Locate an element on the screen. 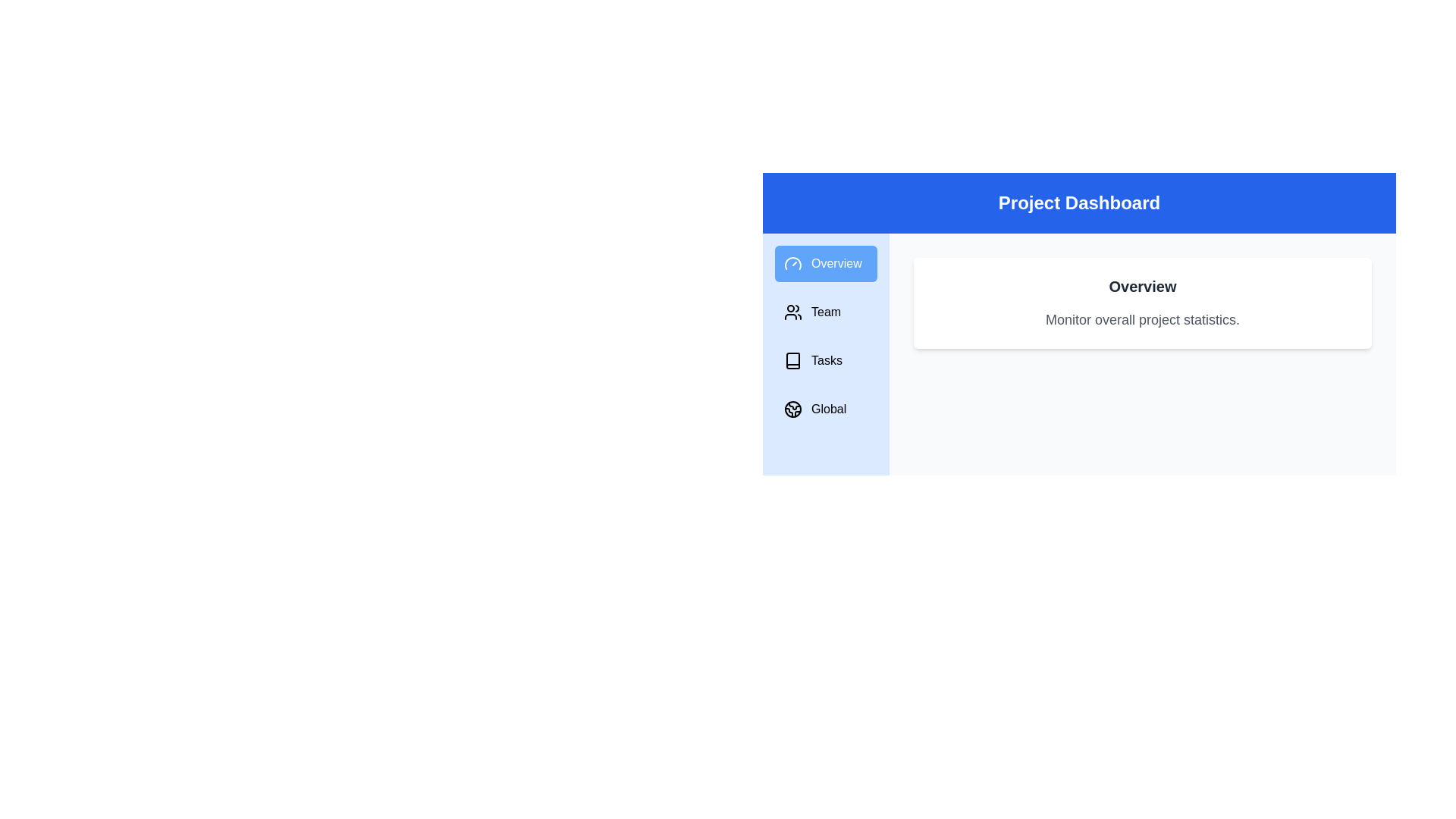  the Team tab in the sidebar navigation menu is located at coordinates (825, 312).